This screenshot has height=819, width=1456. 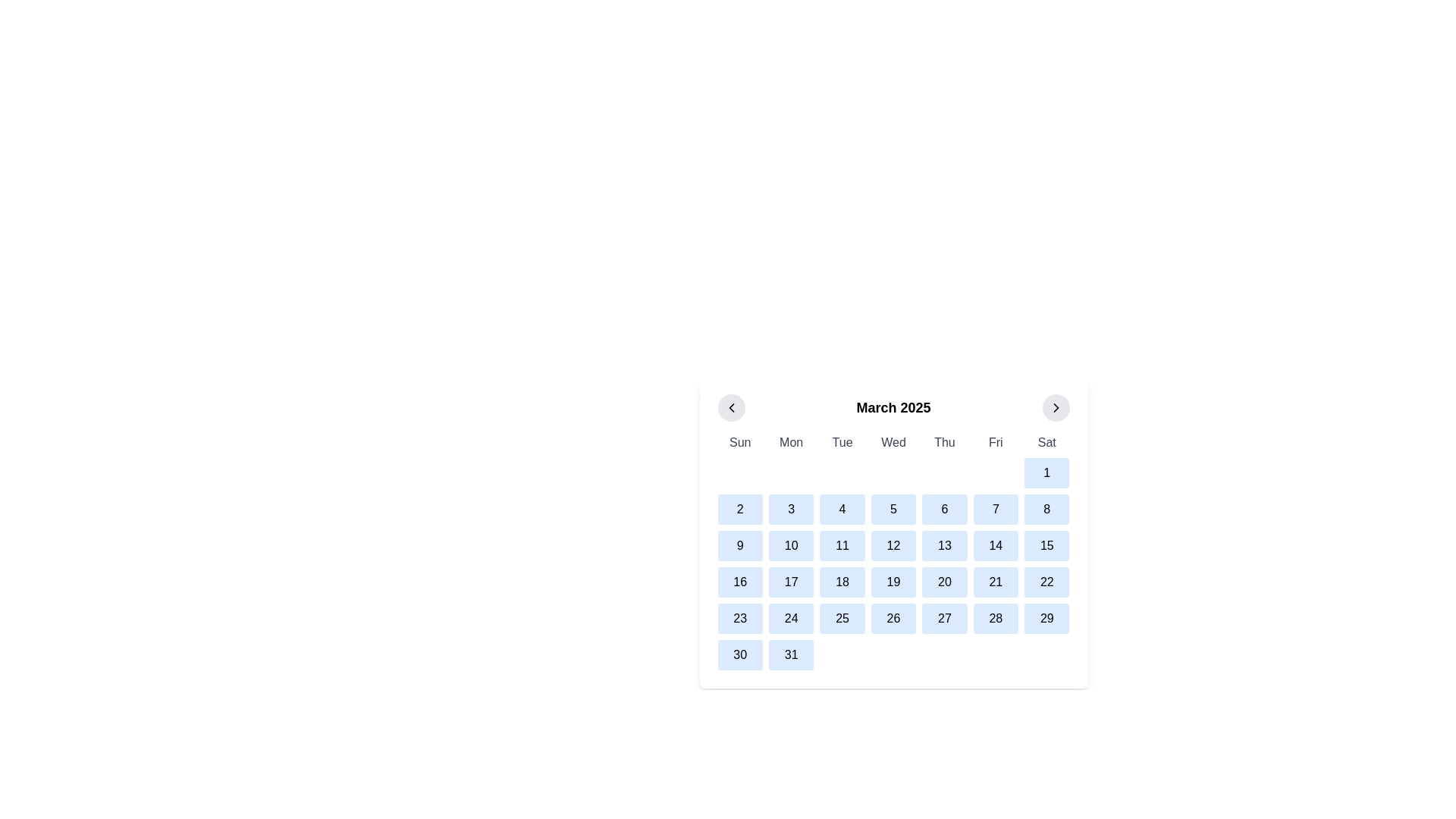 I want to click on the button representing the date '9' in the calendar view, so click(x=740, y=546).